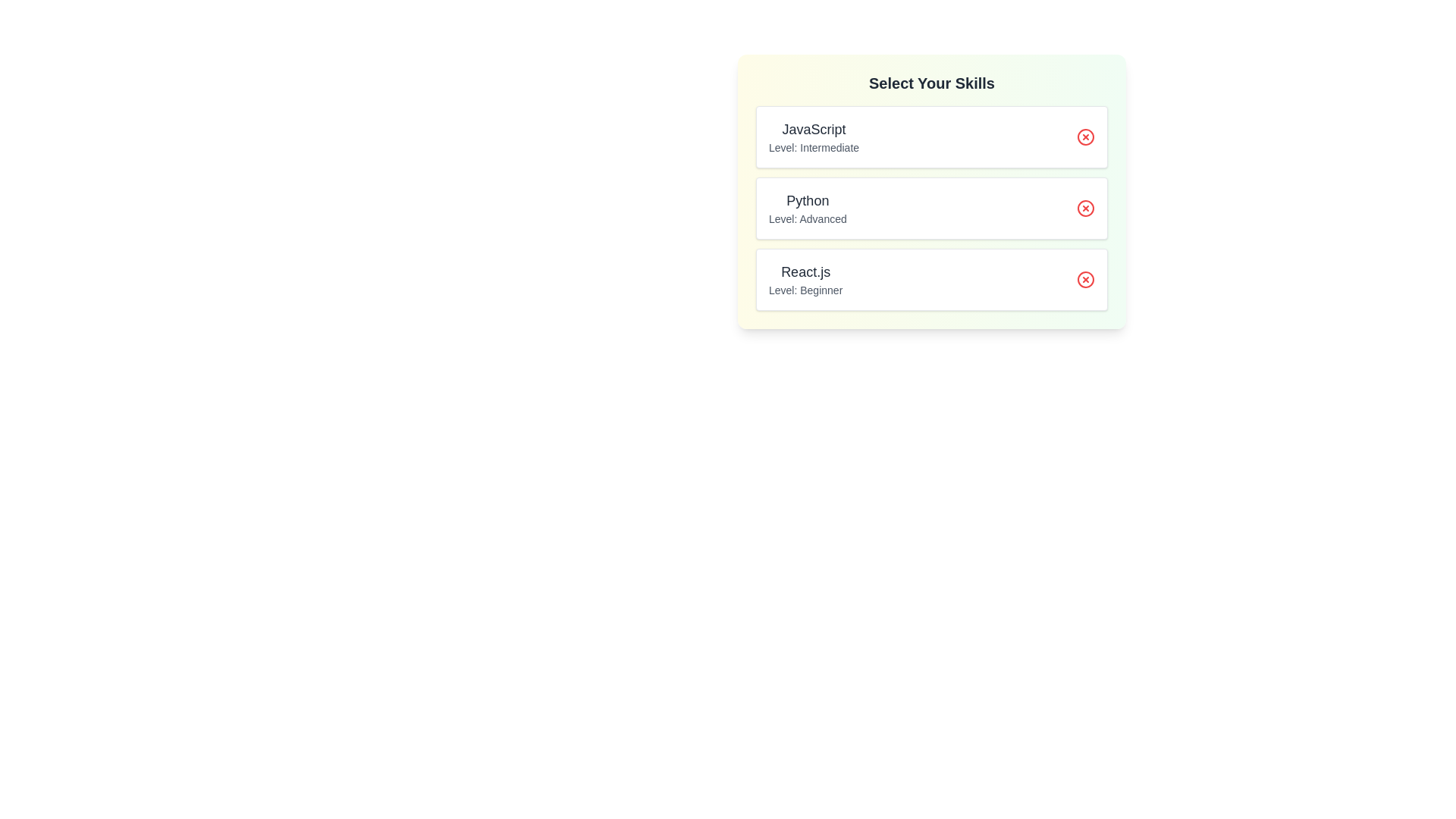  What do you see at coordinates (768, 118) in the screenshot?
I see `the text of the skill entry JavaScript` at bounding box center [768, 118].